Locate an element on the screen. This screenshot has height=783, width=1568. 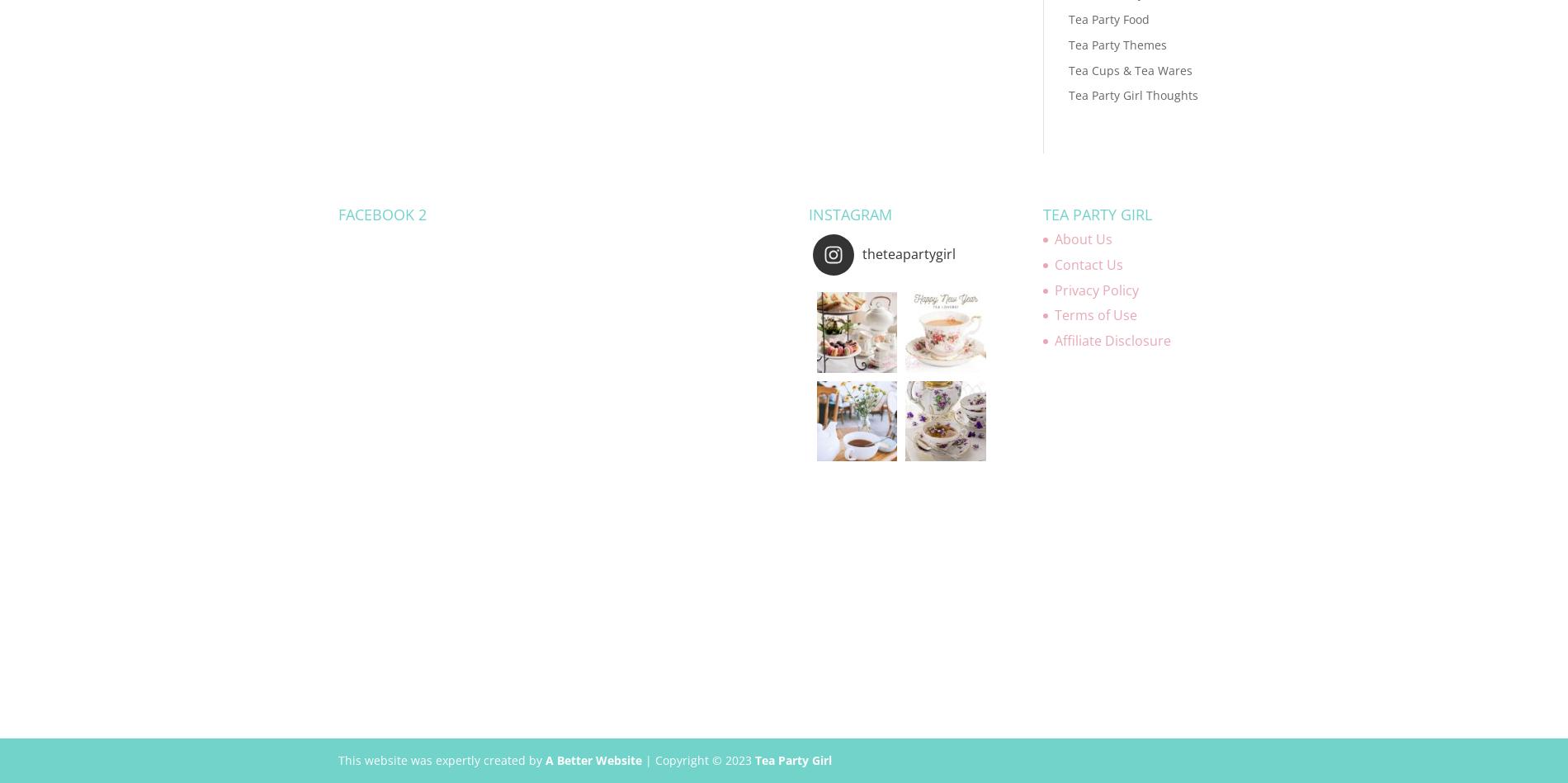
'This website was expertly created by' is located at coordinates (442, 759).